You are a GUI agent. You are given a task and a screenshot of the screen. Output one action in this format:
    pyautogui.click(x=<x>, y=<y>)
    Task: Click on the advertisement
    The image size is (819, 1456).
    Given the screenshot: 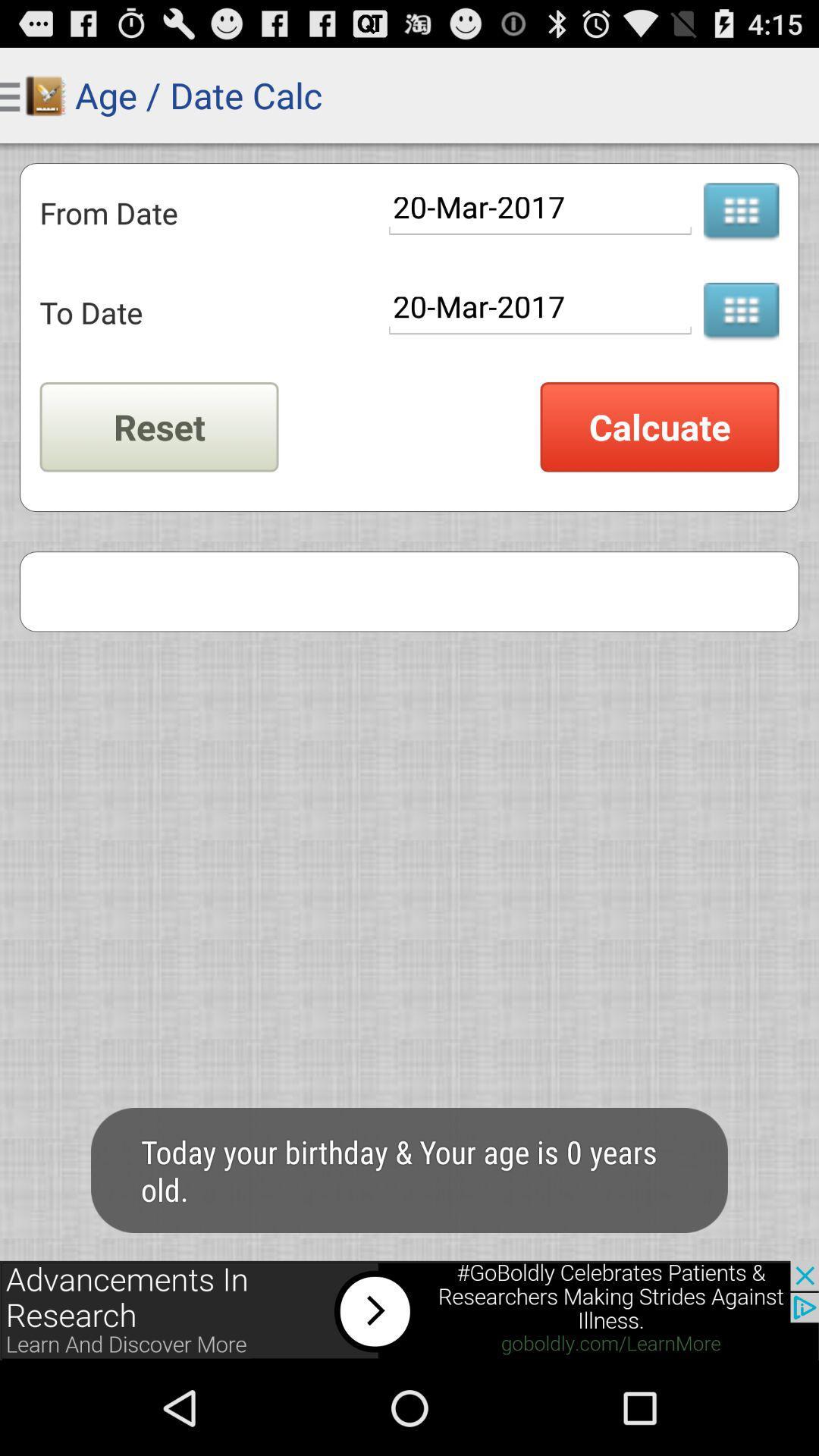 What is the action you would take?
    pyautogui.click(x=409, y=1310)
    